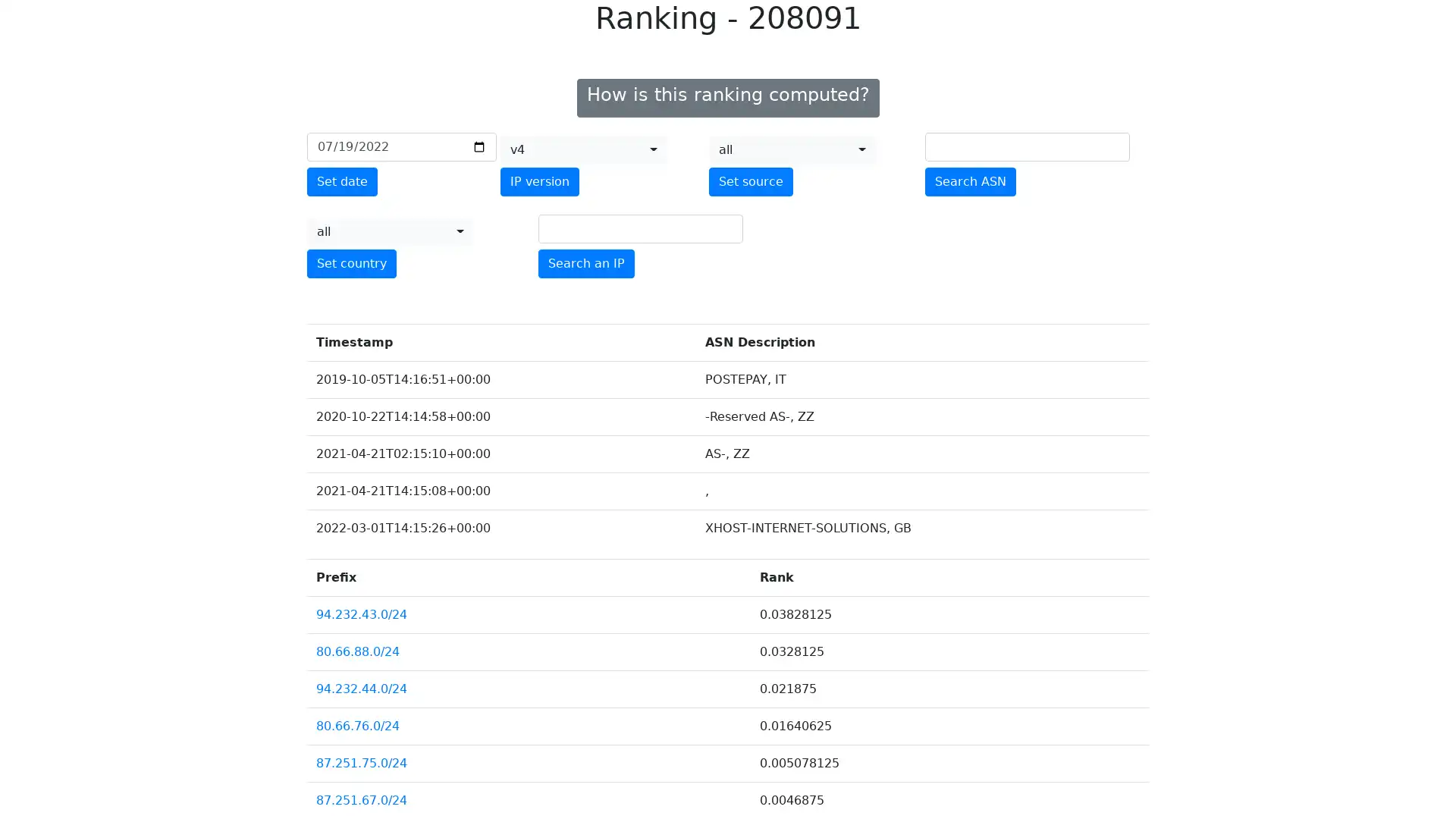 Image resolution: width=1456 pixels, height=819 pixels. What do you see at coordinates (726, 97) in the screenshot?
I see `How is this ranking computed?` at bounding box center [726, 97].